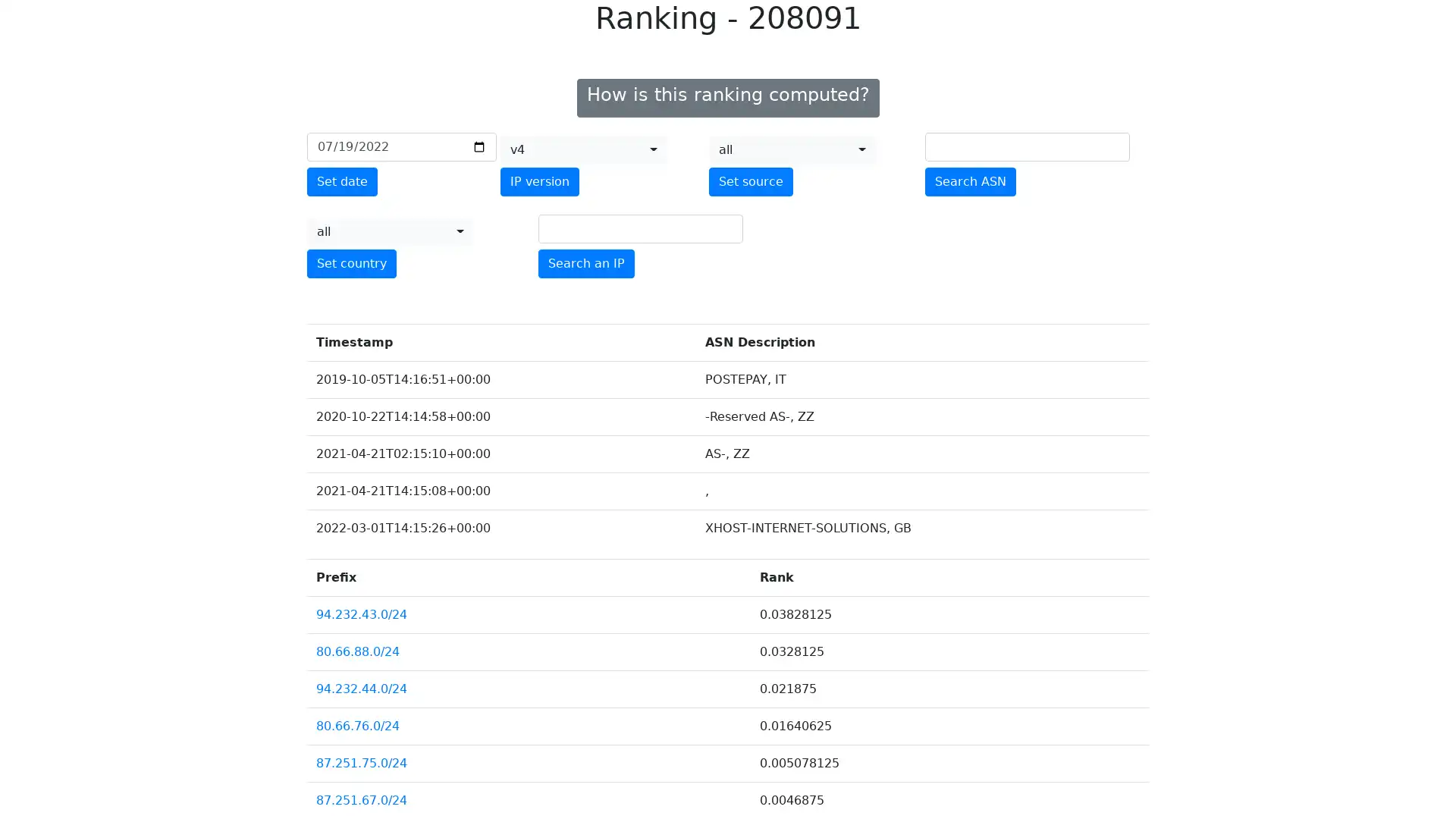 Image resolution: width=1456 pixels, height=819 pixels. What do you see at coordinates (726, 97) in the screenshot?
I see `How is this ranking computed?` at bounding box center [726, 97].